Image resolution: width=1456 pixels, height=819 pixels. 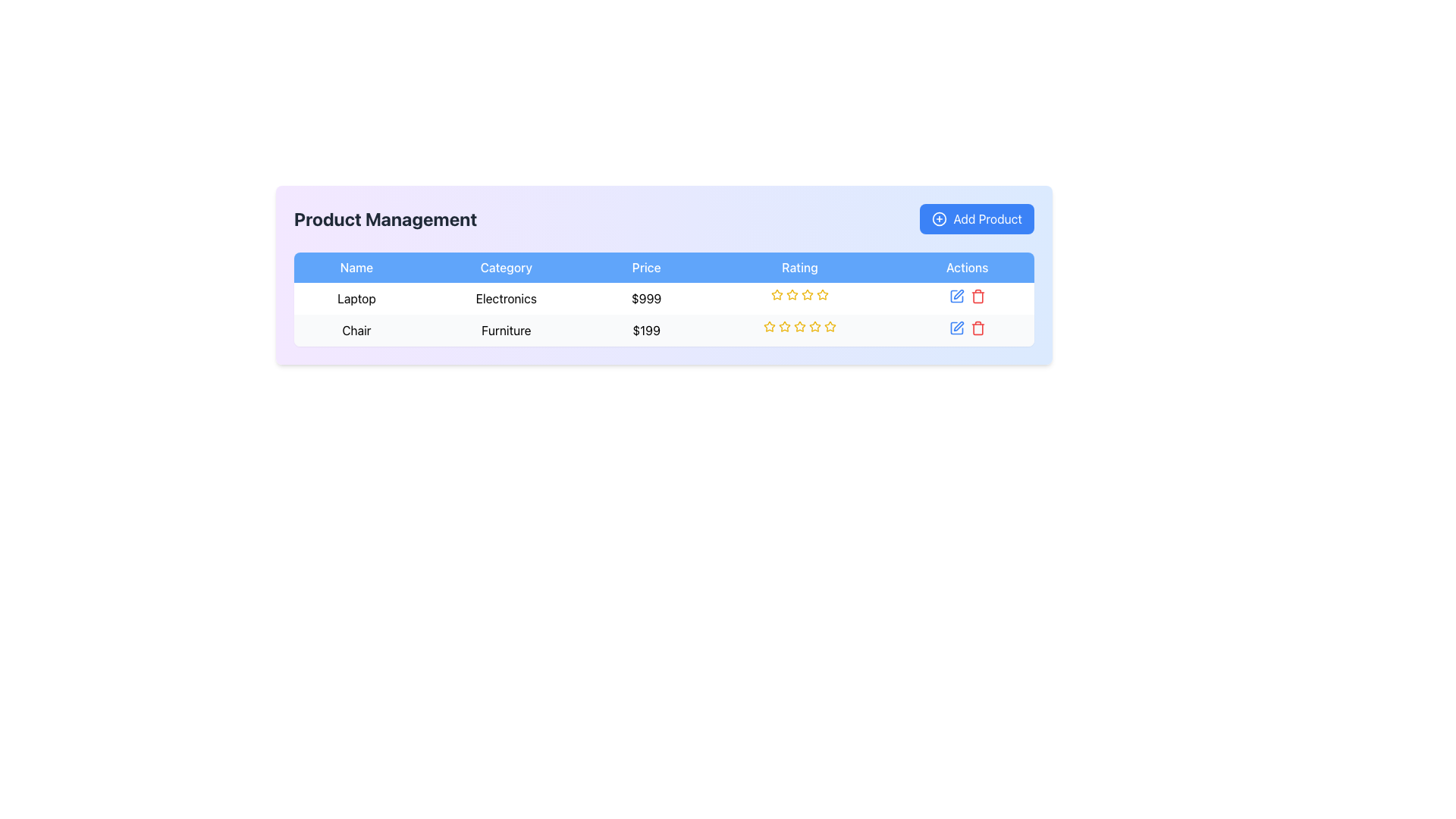 What do you see at coordinates (807, 295) in the screenshot?
I see `the fifth star icon in the fourth row of the rating section under the Ratings header to rate the item` at bounding box center [807, 295].